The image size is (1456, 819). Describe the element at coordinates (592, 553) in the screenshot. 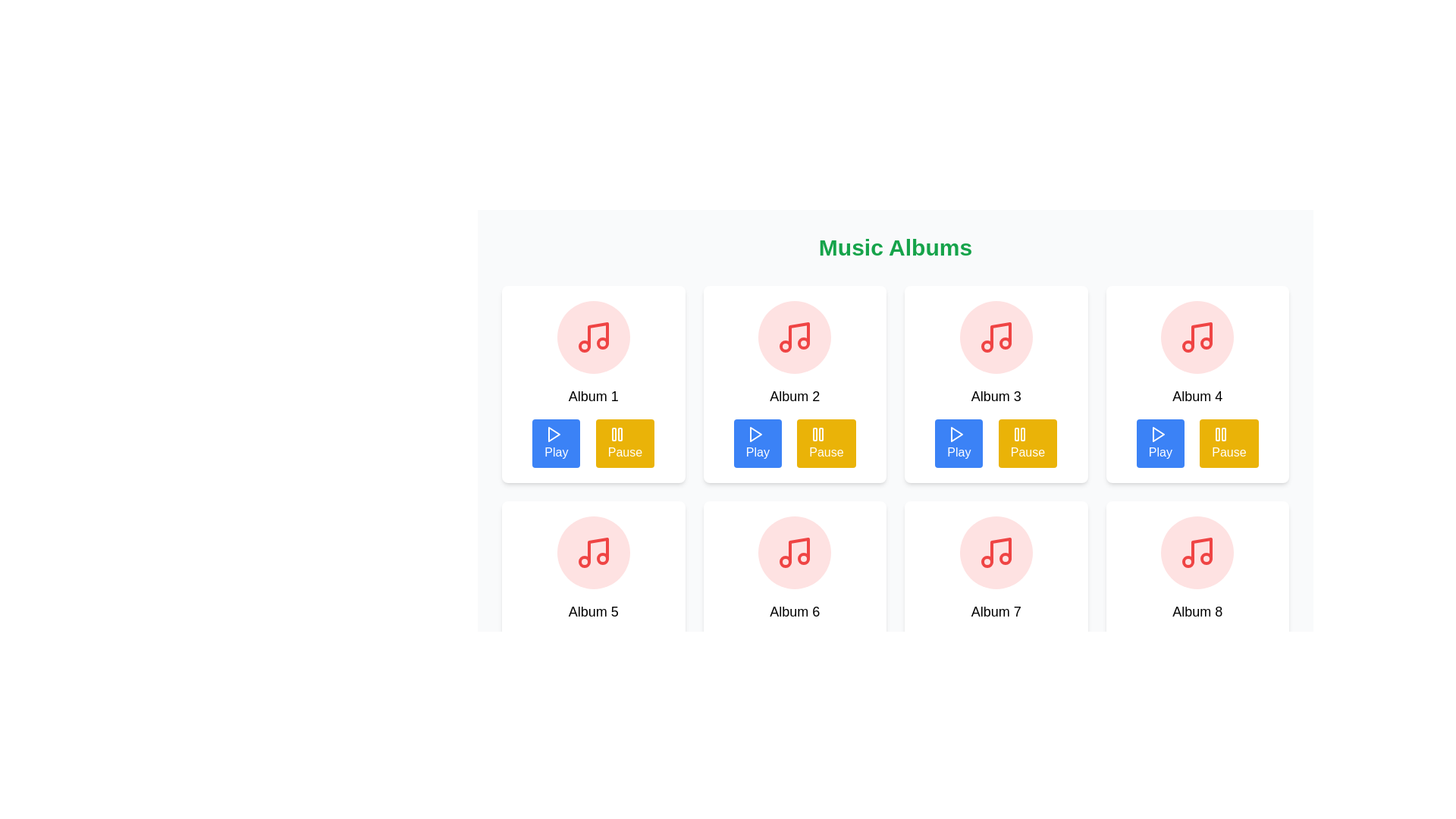

I see `the music album icon that visually represents the album with a musical notation, located in the first cell of the second row of the album grid` at that location.